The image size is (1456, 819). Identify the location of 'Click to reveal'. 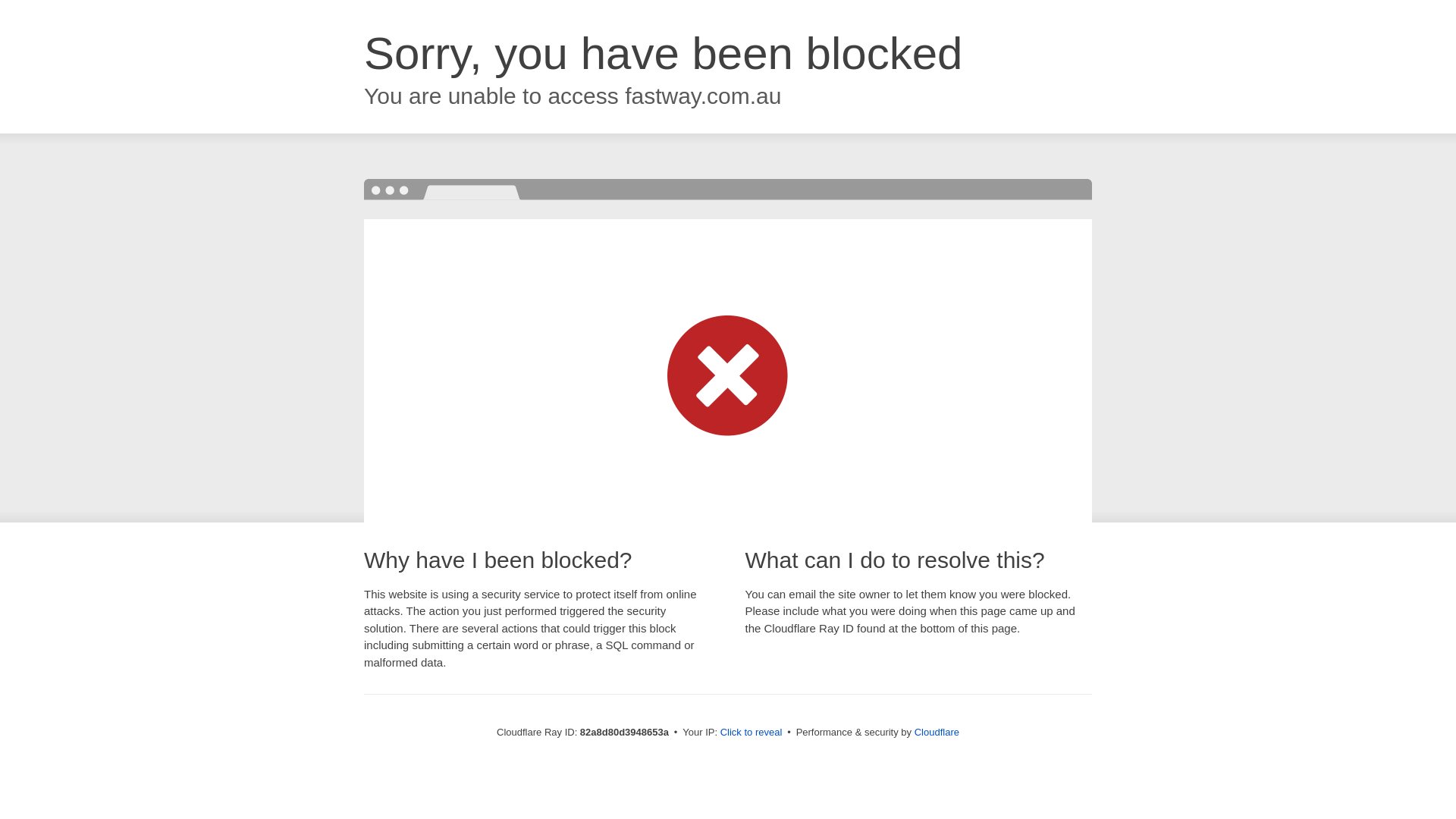
(720, 731).